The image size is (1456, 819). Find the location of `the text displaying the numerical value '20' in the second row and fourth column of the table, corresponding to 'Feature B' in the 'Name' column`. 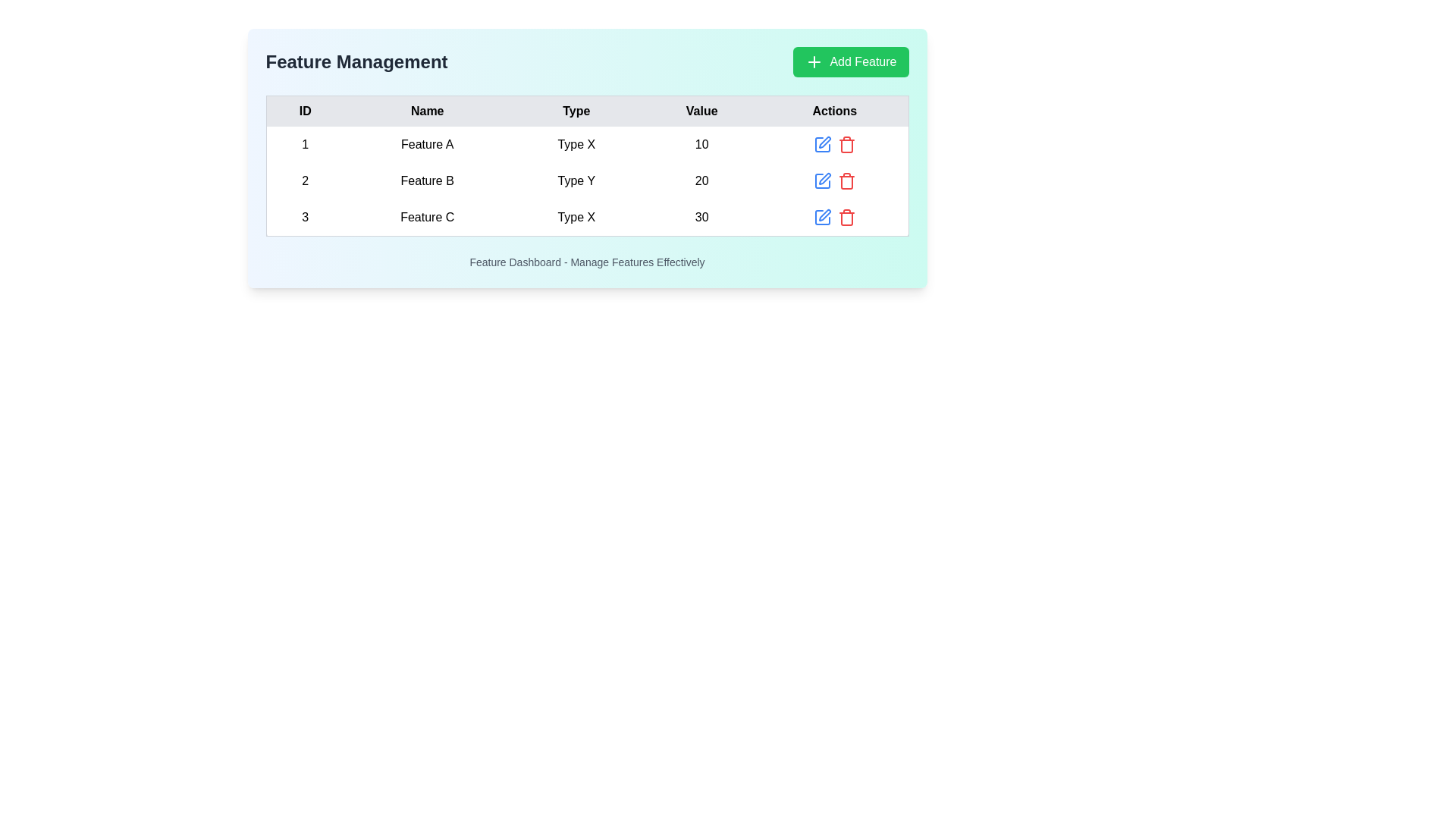

the text displaying the numerical value '20' in the second row and fourth column of the table, corresponding to 'Feature B' in the 'Name' column is located at coordinates (701, 180).